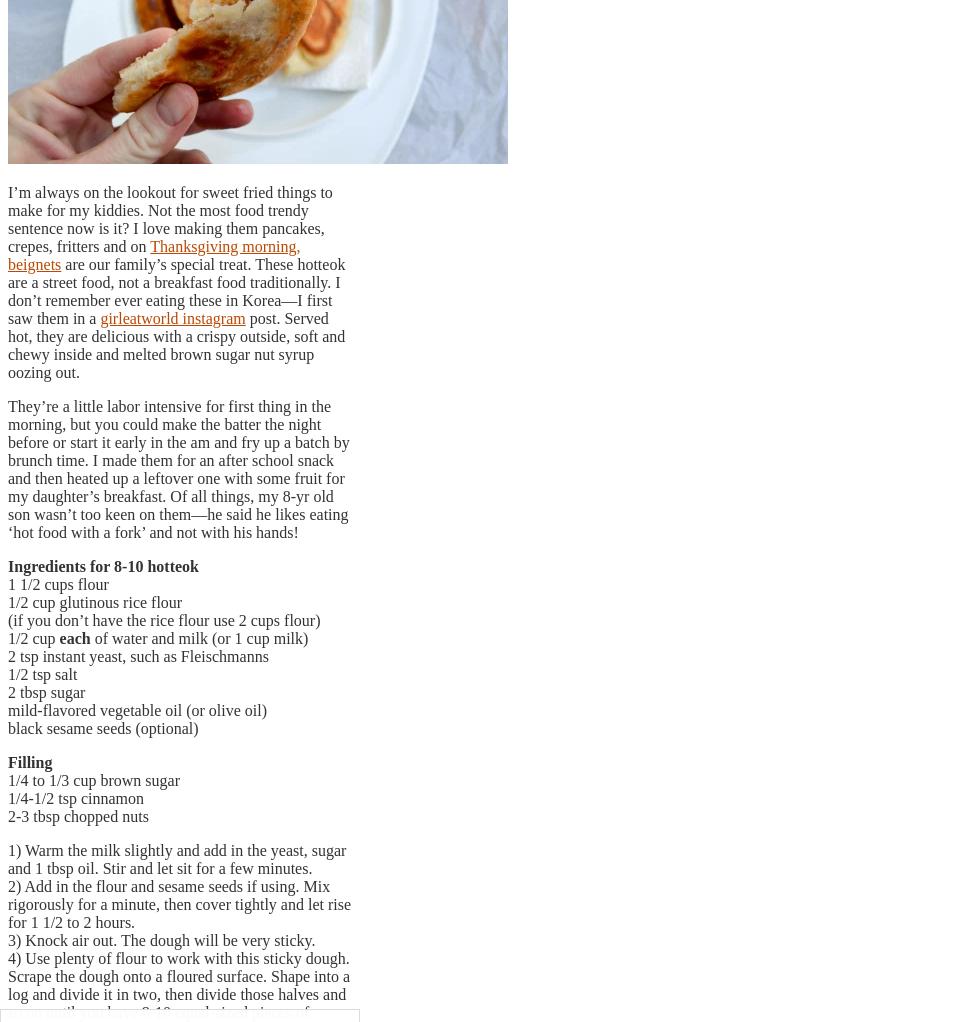 Image resolution: width=968 pixels, height=1022 pixels. What do you see at coordinates (177, 858) in the screenshot?
I see `'1) Warm the milk slightly and add in the yeast, sugar and 1 tbsp oil. Stir and let sit for a few minutes.'` at bounding box center [177, 858].